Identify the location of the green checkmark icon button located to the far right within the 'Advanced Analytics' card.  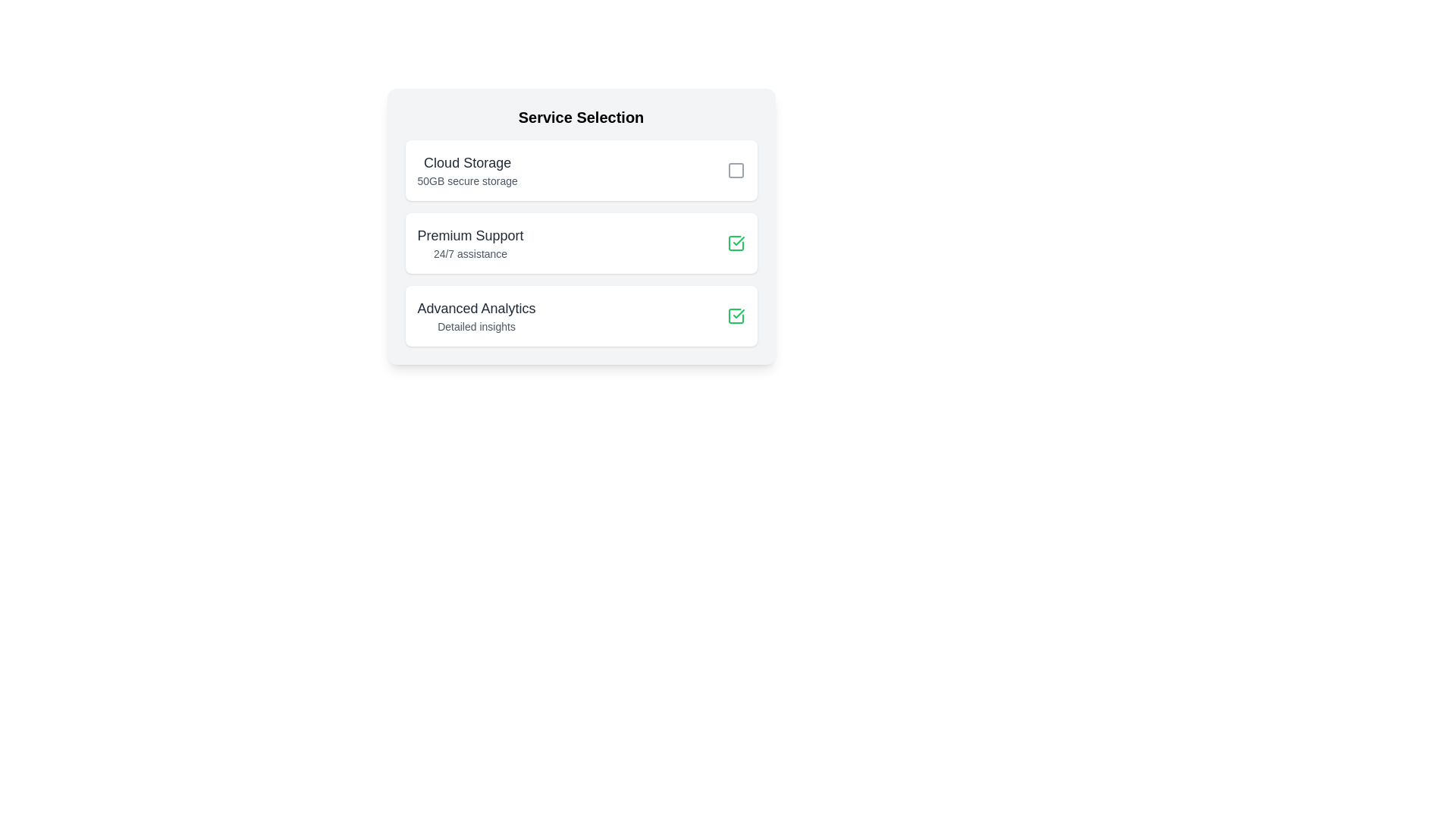
(736, 315).